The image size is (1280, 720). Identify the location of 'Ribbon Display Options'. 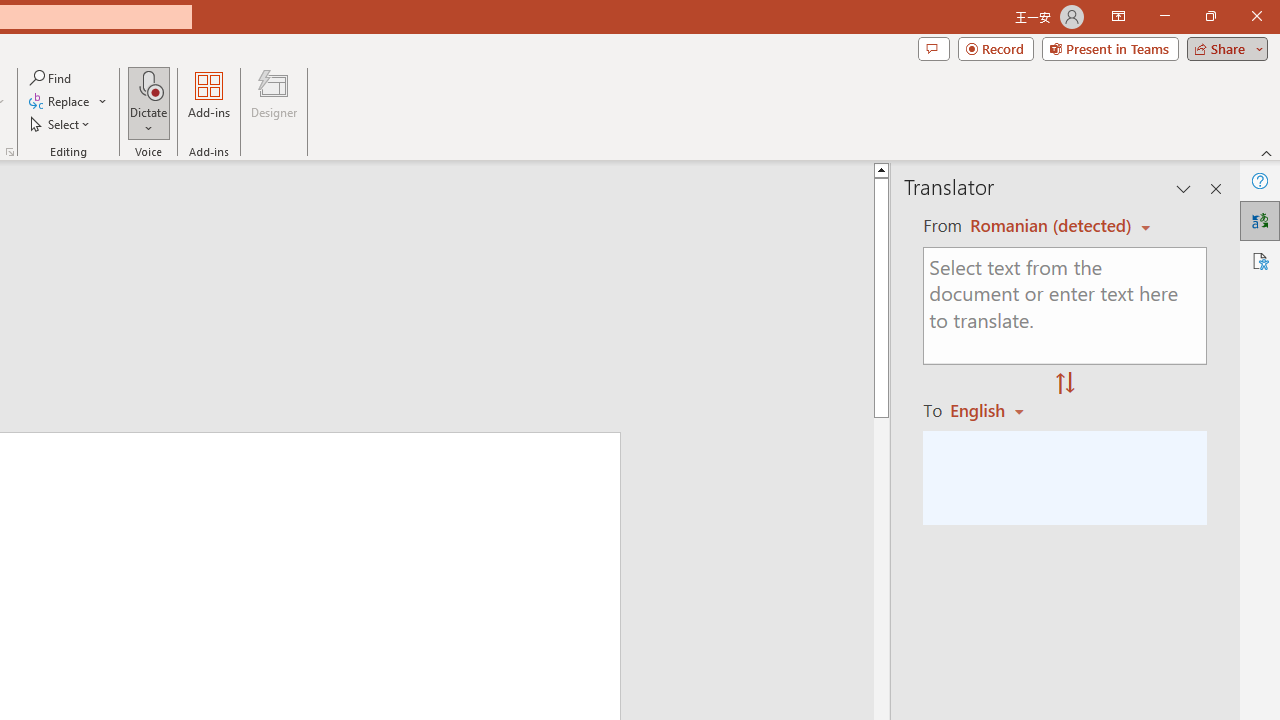
(1117, 16).